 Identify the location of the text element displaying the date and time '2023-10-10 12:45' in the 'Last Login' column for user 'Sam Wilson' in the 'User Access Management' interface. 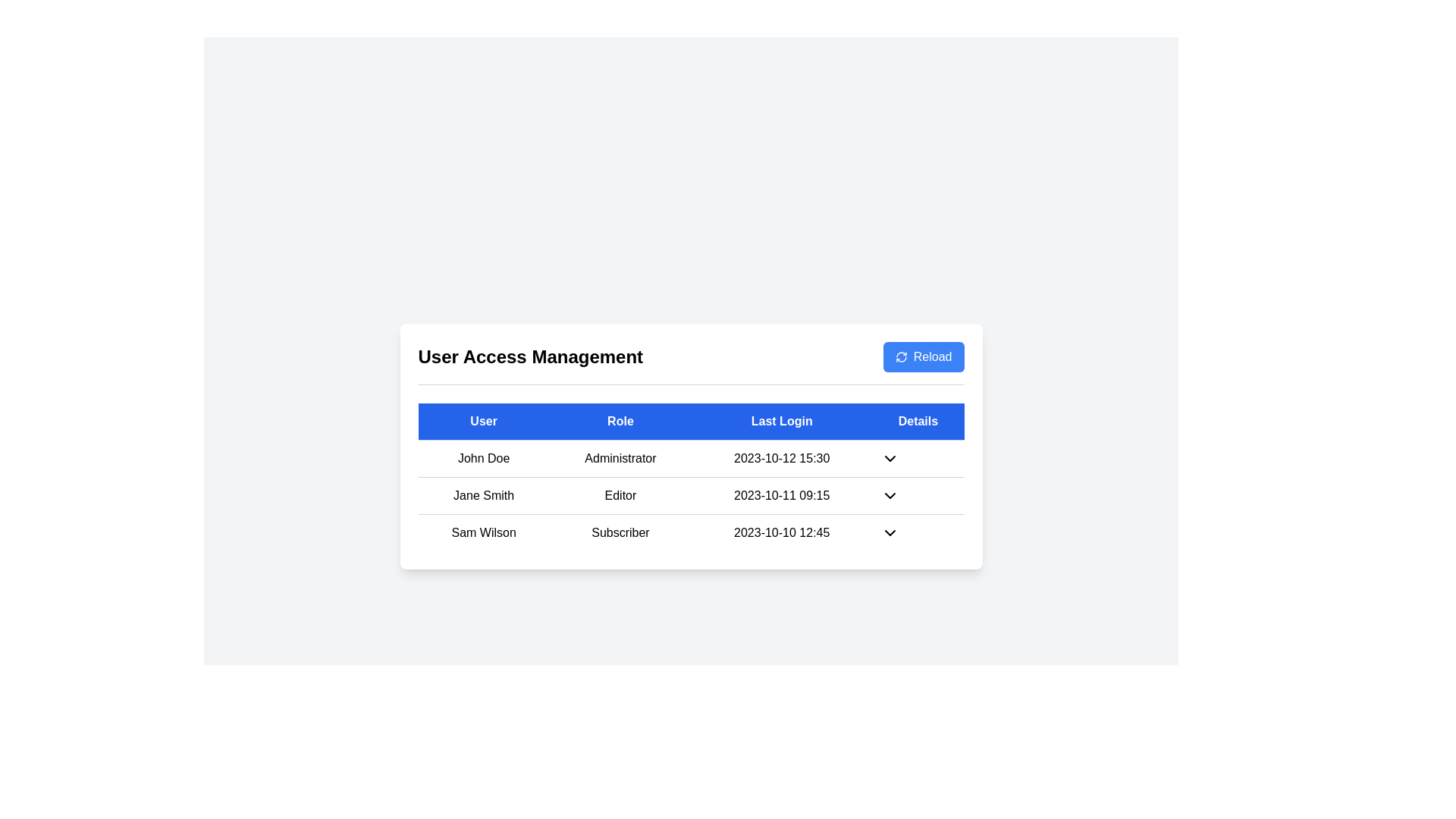
(782, 532).